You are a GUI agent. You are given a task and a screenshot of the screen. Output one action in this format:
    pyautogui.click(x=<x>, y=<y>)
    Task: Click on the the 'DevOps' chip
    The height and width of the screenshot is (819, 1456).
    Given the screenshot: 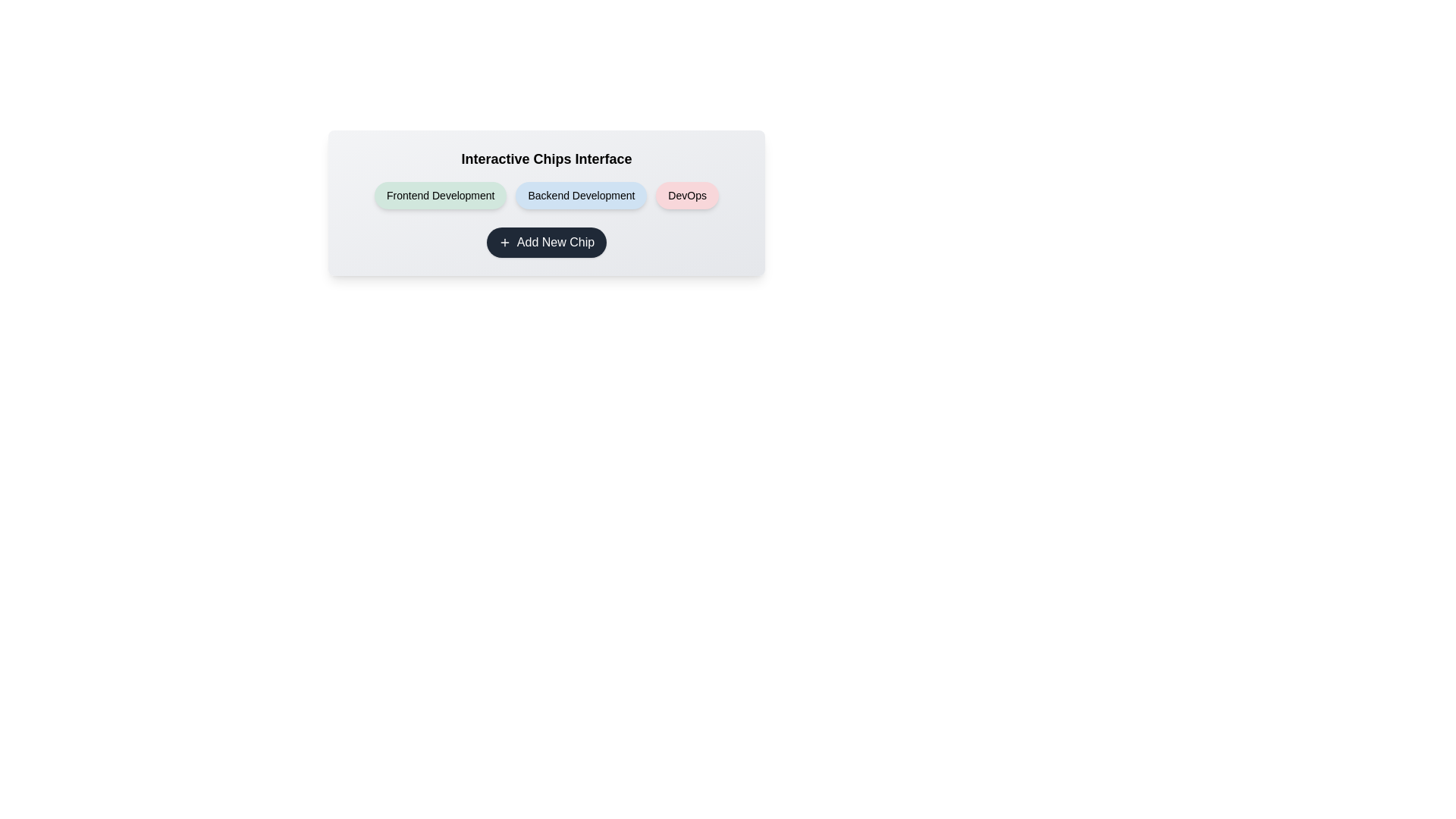 What is the action you would take?
    pyautogui.click(x=686, y=195)
    